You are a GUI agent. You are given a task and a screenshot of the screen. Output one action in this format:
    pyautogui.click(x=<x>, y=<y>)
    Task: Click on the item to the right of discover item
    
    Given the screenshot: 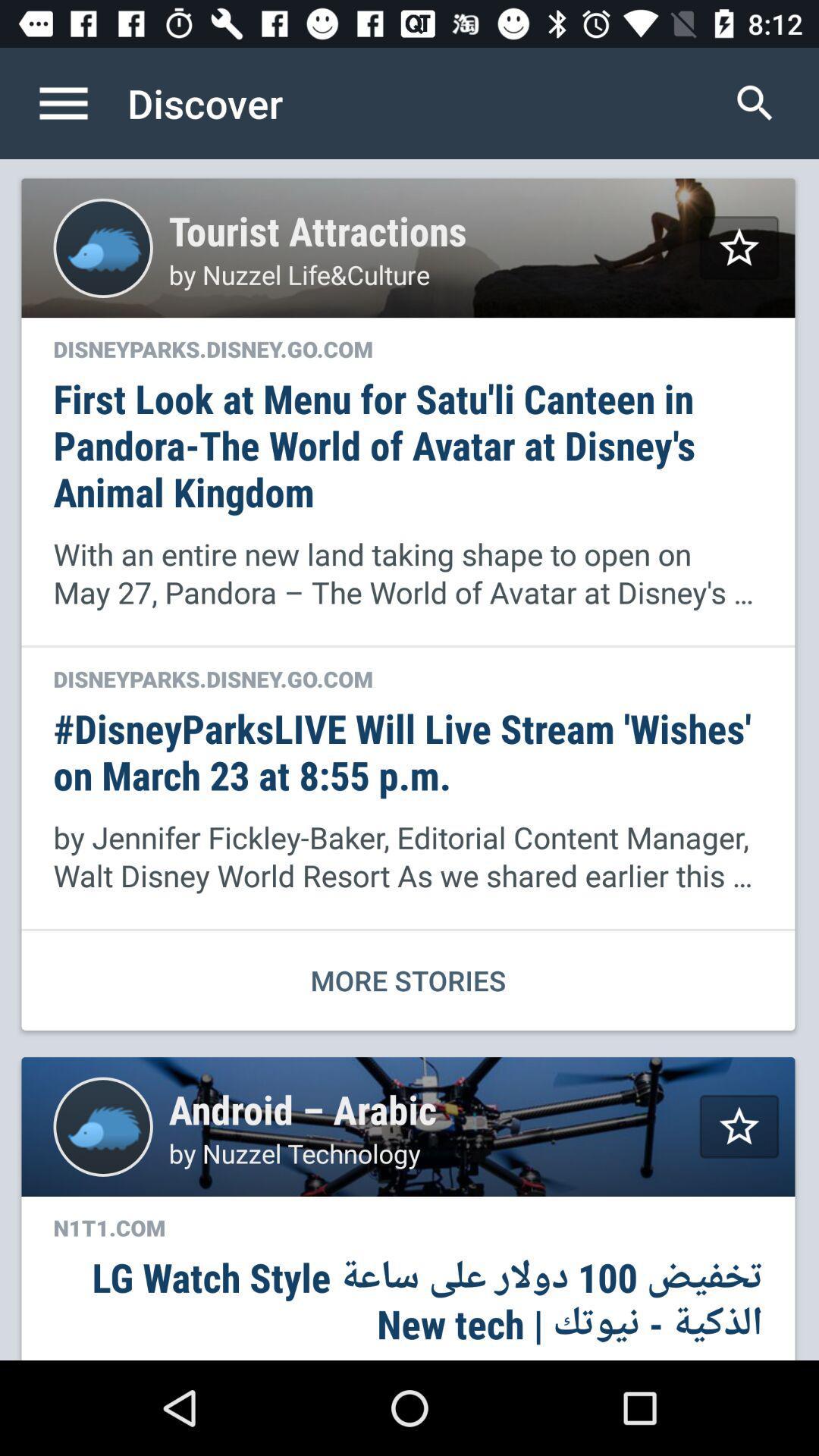 What is the action you would take?
    pyautogui.click(x=755, y=102)
    